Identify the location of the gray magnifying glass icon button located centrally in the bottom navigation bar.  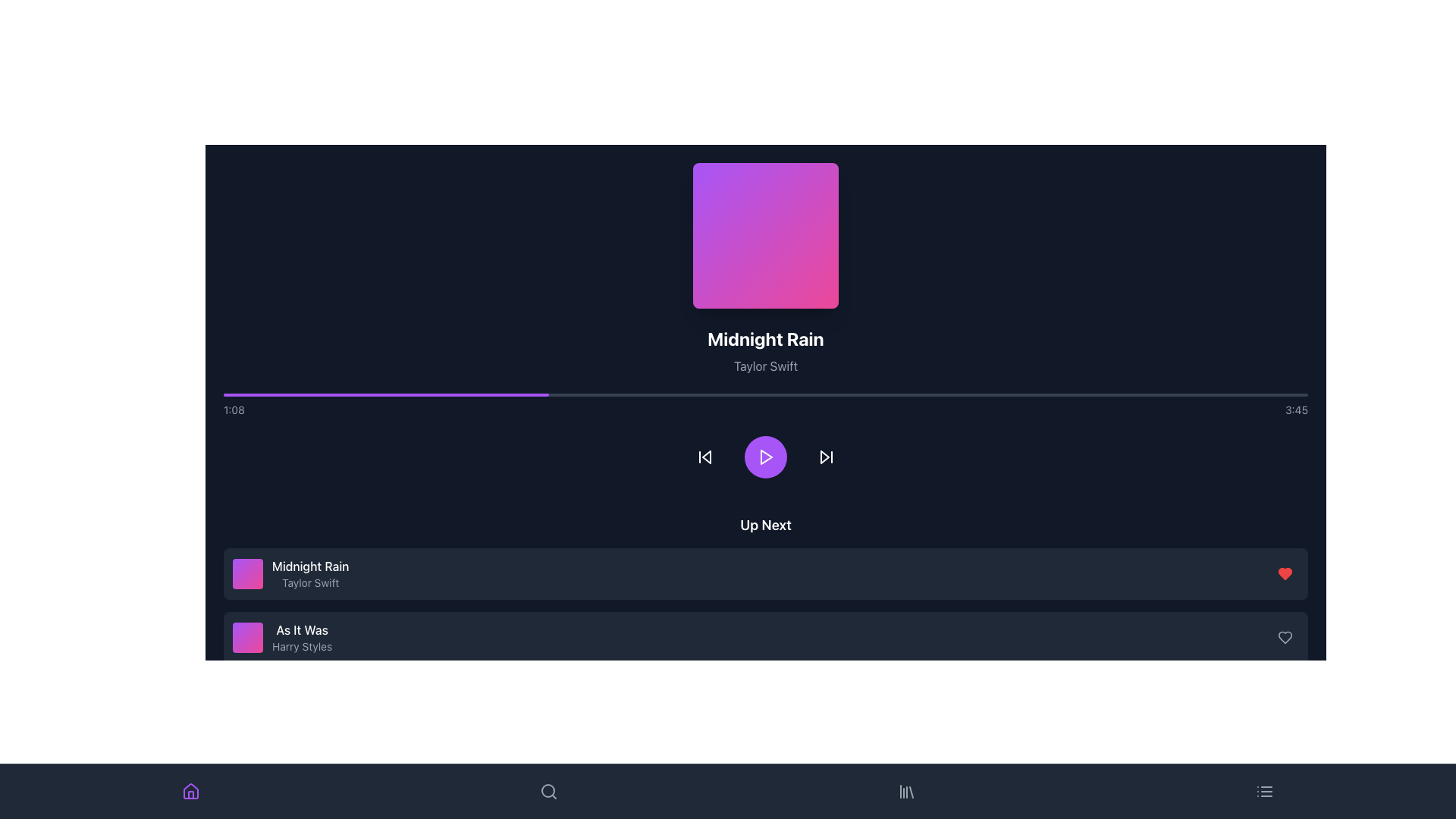
(548, 791).